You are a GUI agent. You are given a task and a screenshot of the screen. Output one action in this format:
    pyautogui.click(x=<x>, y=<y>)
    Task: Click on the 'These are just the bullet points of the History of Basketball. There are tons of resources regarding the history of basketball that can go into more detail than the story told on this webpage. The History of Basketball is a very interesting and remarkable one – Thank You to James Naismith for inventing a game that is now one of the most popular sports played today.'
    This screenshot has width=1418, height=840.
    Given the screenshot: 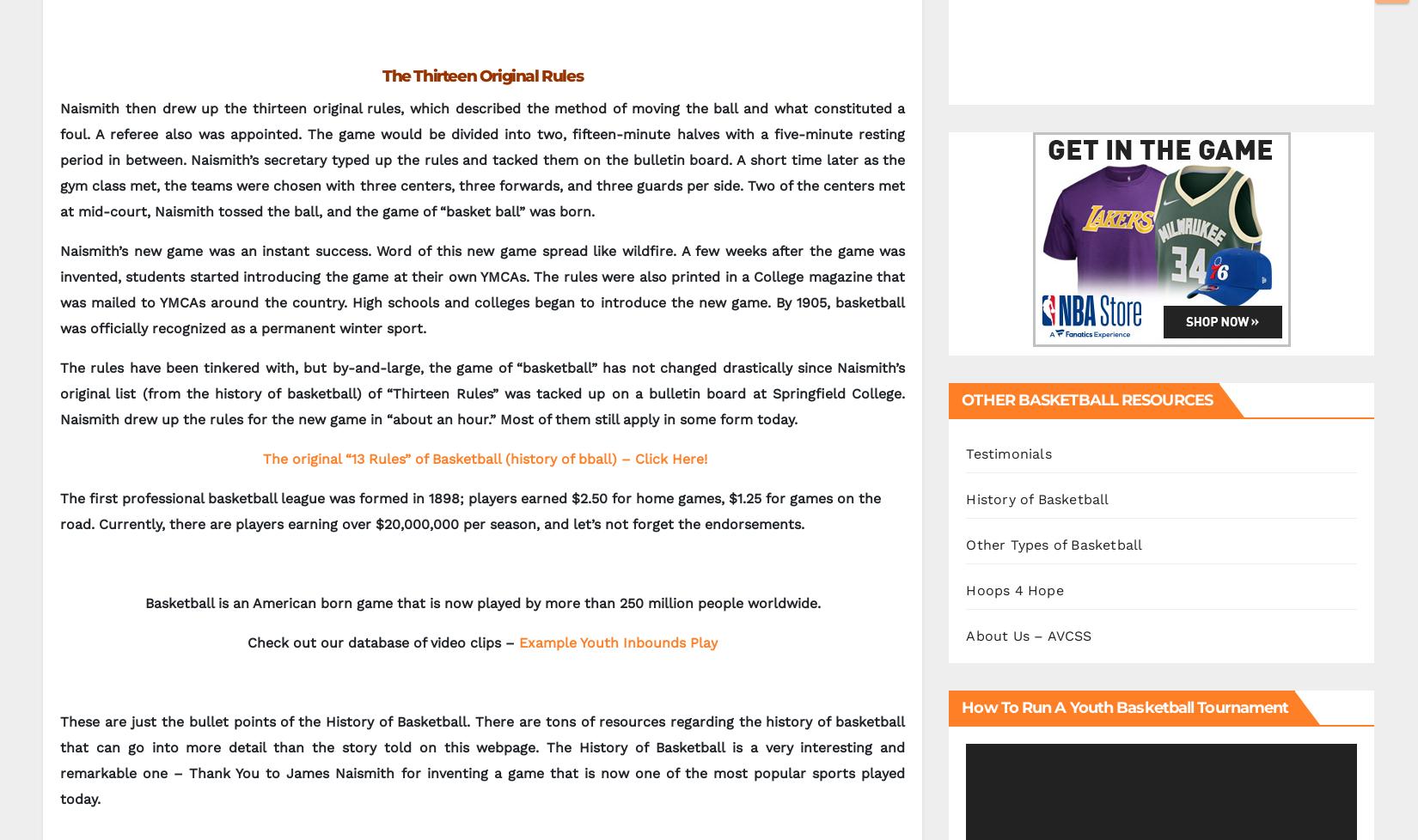 What is the action you would take?
    pyautogui.click(x=481, y=759)
    